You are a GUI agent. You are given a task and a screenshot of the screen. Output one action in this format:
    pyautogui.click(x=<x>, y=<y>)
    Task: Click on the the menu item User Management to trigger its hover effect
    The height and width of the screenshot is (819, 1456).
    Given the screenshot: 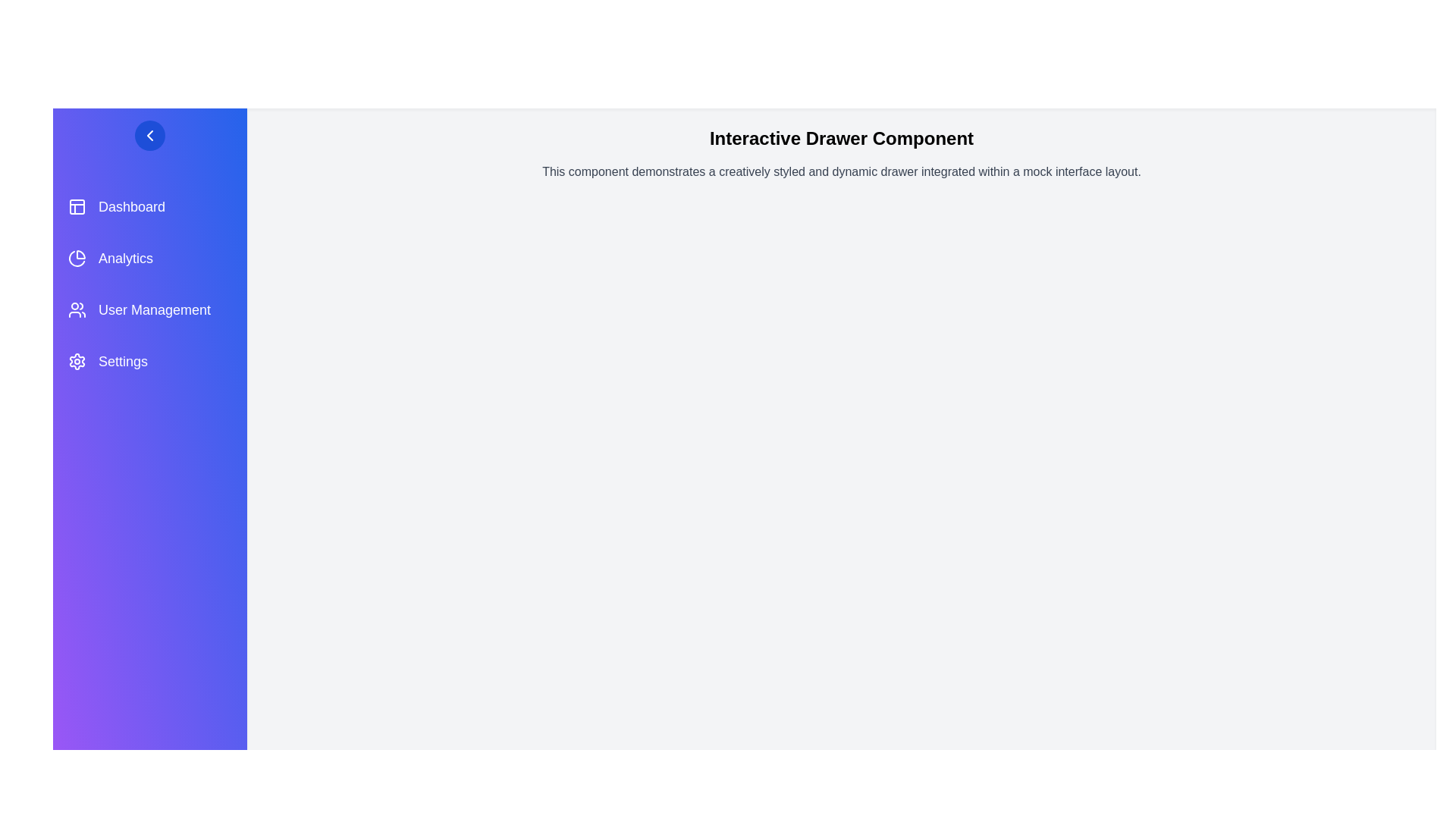 What is the action you would take?
    pyautogui.click(x=149, y=309)
    